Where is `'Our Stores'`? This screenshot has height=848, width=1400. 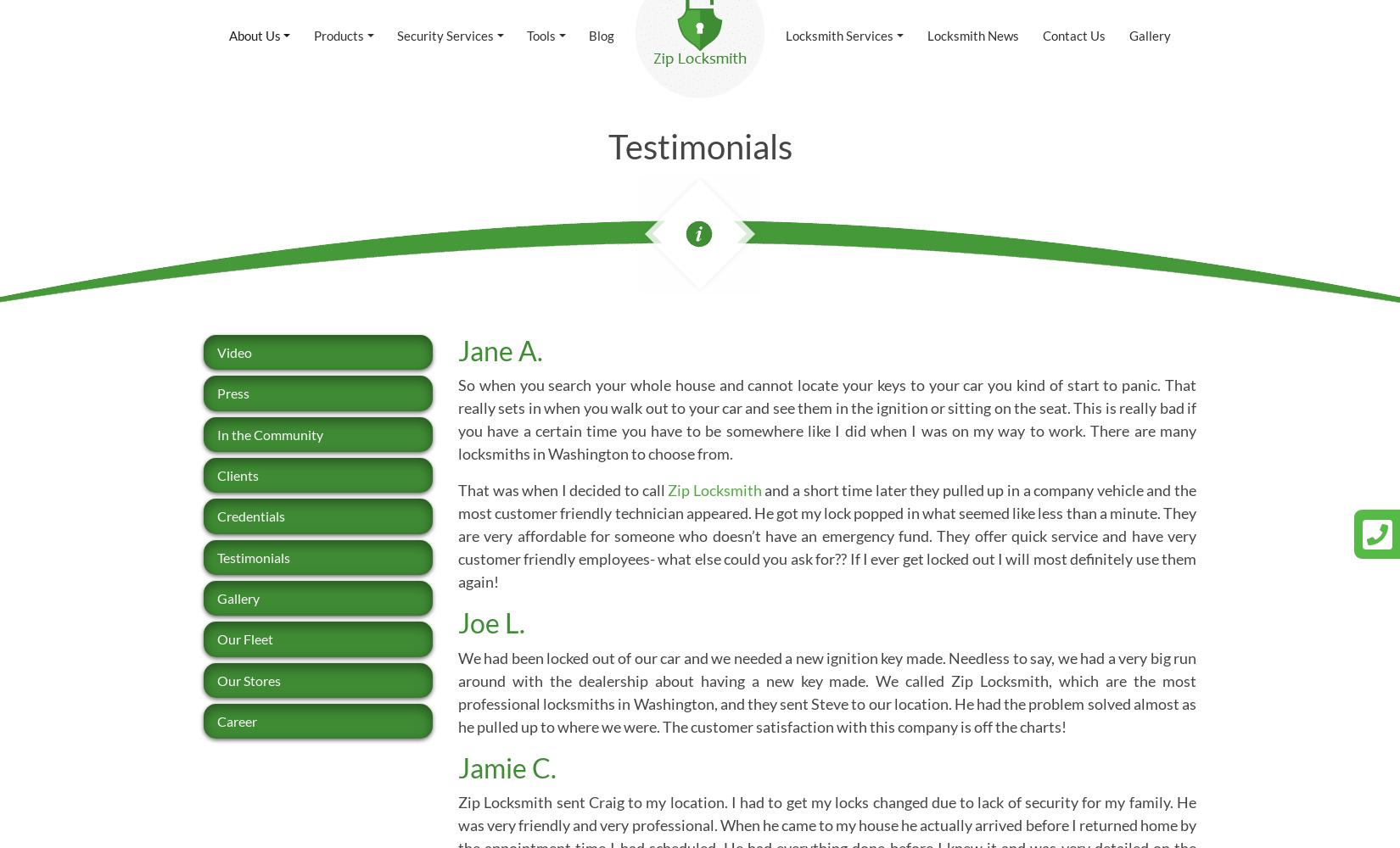 'Our Stores' is located at coordinates (249, 679).